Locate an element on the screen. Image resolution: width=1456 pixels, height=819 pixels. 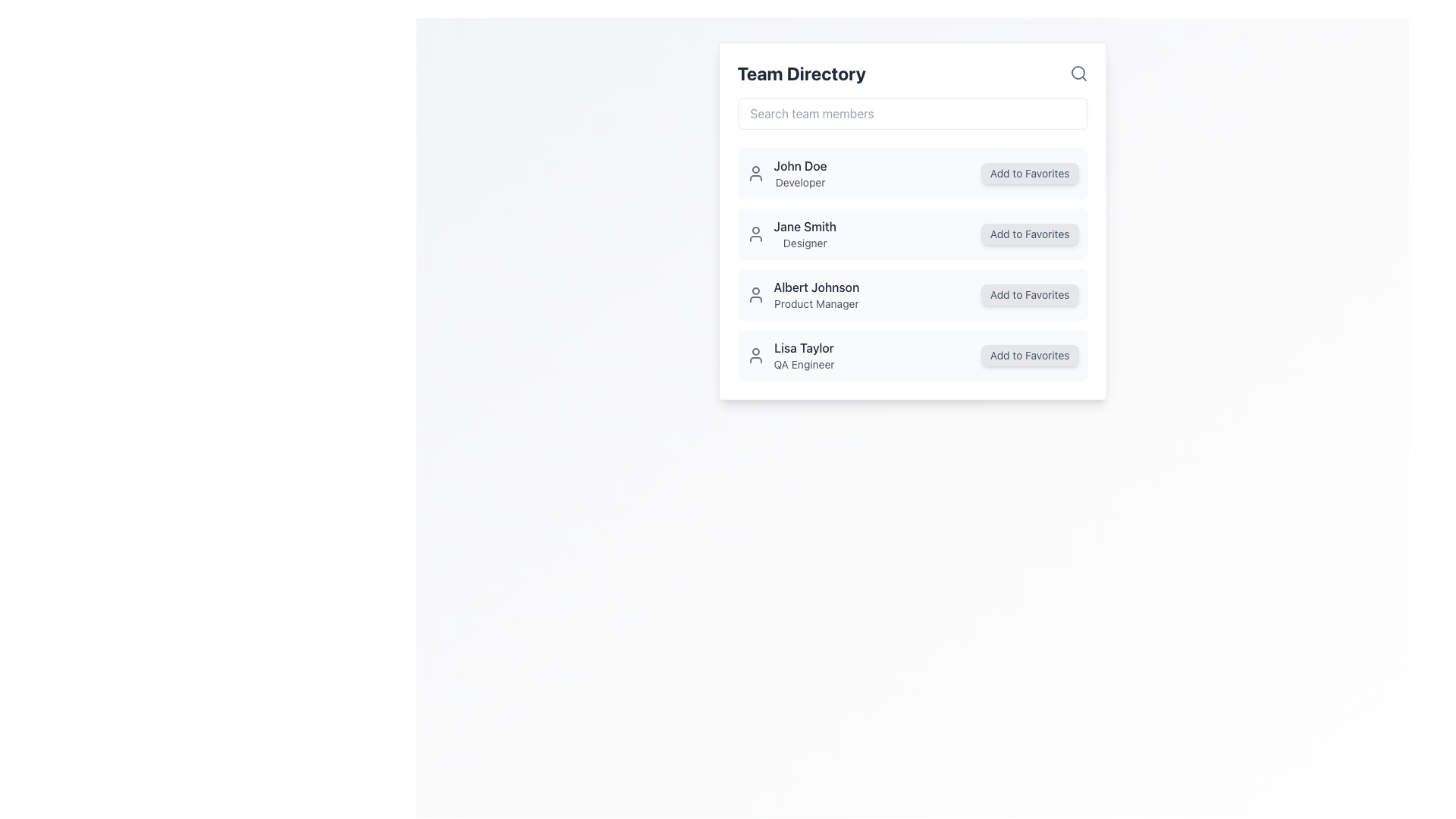
the button located in the second row of the team members list, to the far right of 'Jane Smith' profile, to mark her profile as a favorite is located at coordinates (1030, 234).